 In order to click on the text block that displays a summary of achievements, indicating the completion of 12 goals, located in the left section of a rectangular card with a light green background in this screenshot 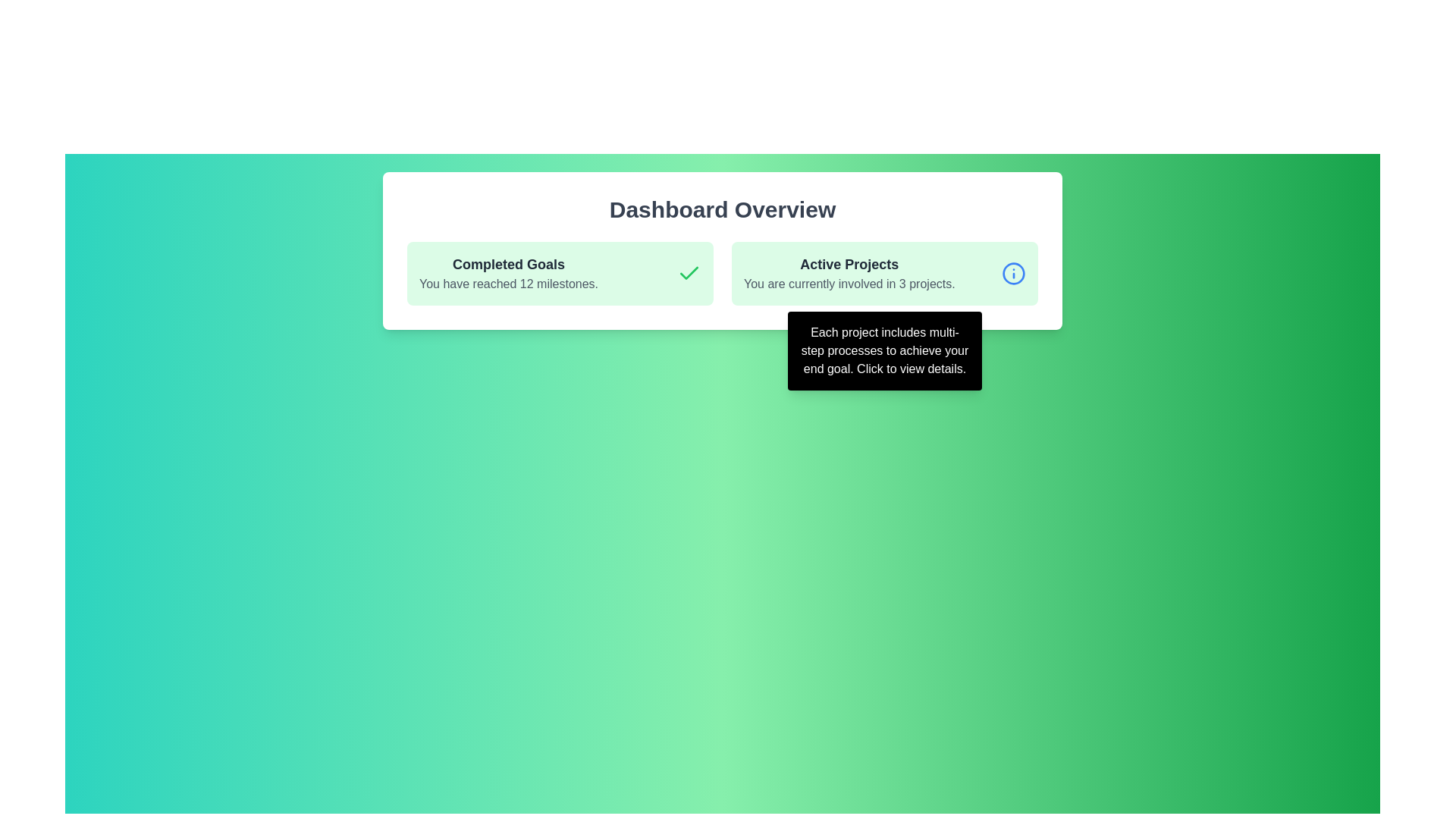, I will do `click(509, 274)`.